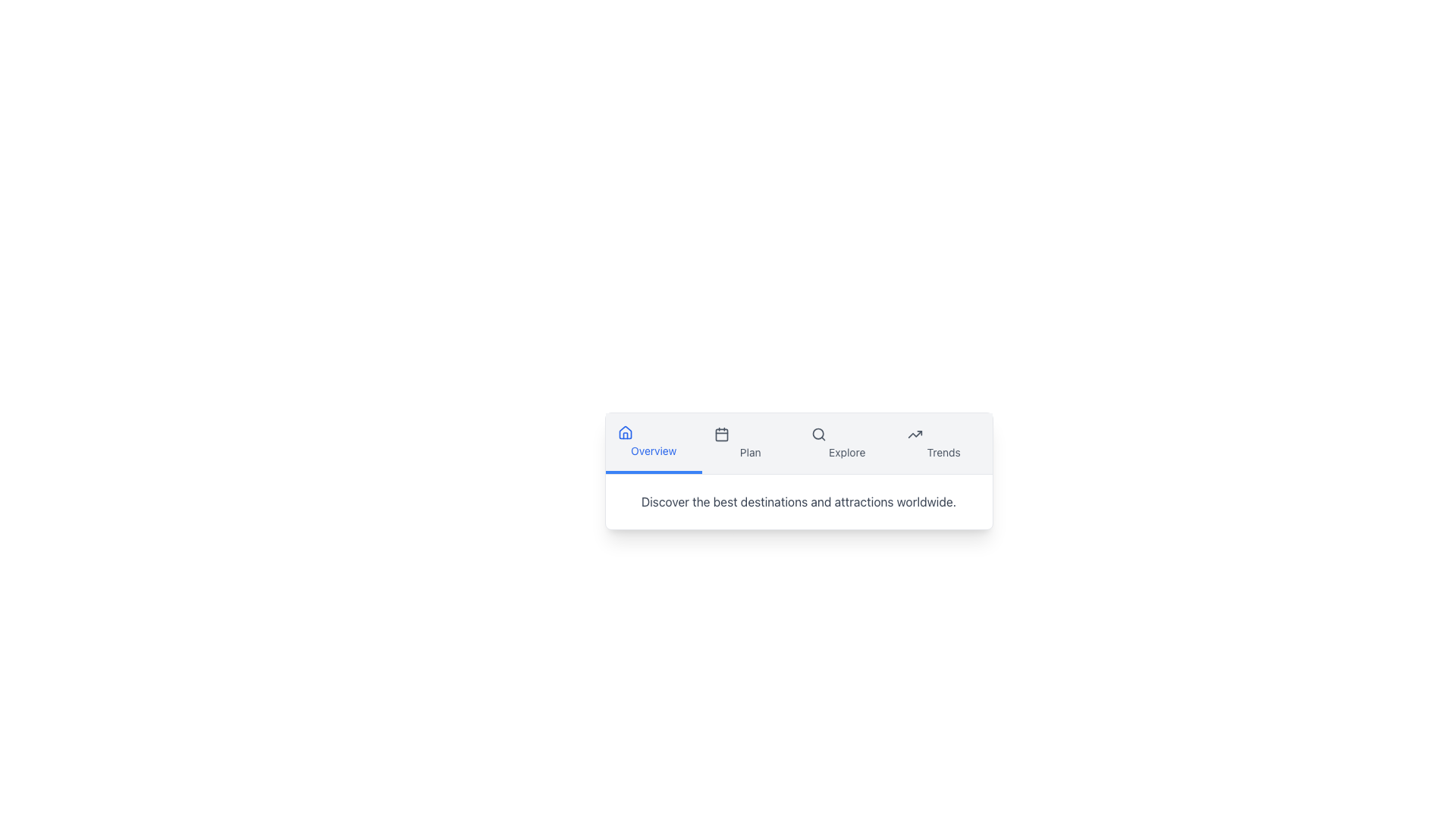  Describe the element at coordinates (817, 435) in the screenshot. I see `the magnifying glass icon located in the navigation bar above the 'Explore' text label` at that location.